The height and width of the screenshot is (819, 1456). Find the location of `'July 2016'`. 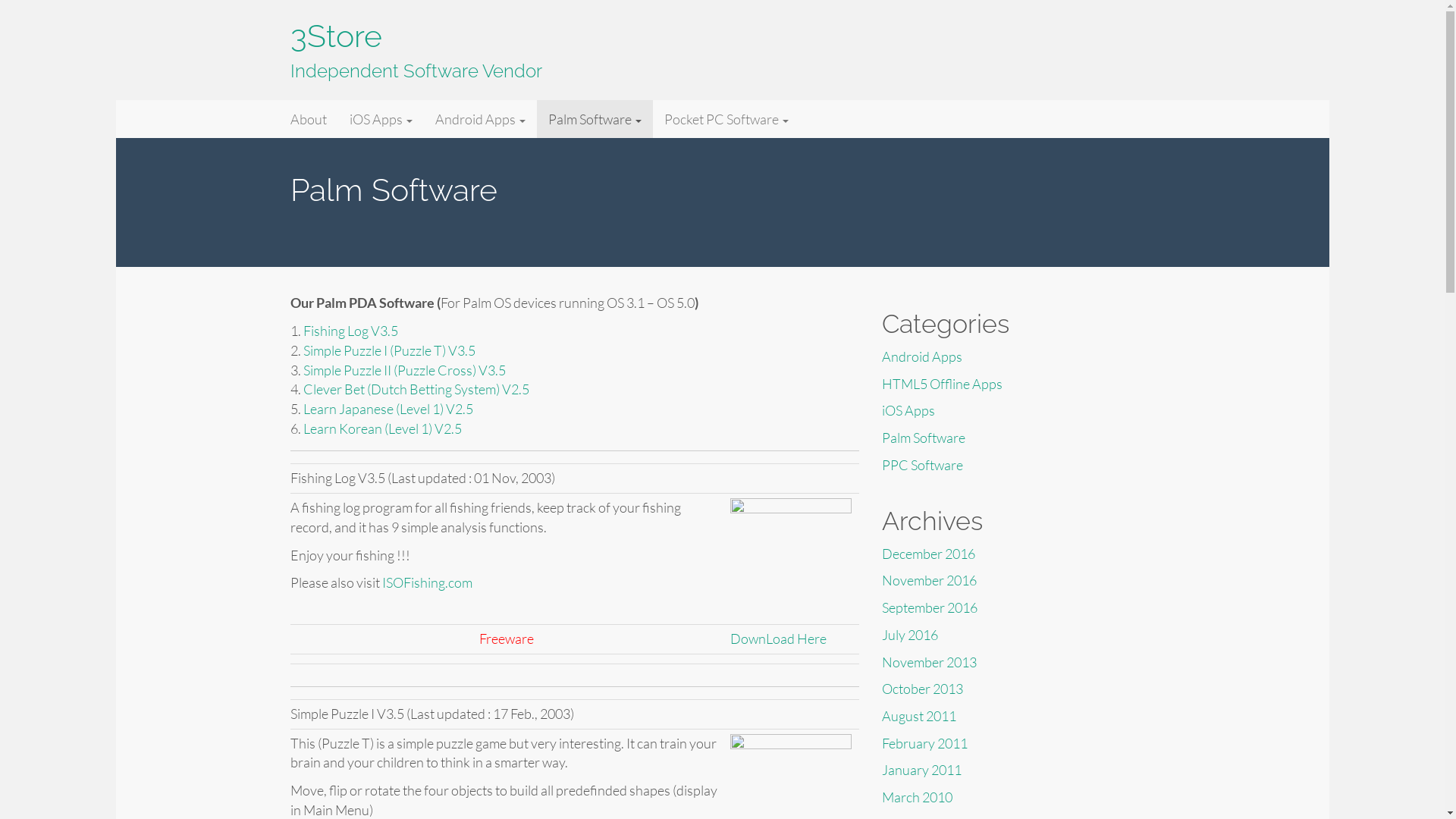

'July 2016' is located at coordinates (909, 635).